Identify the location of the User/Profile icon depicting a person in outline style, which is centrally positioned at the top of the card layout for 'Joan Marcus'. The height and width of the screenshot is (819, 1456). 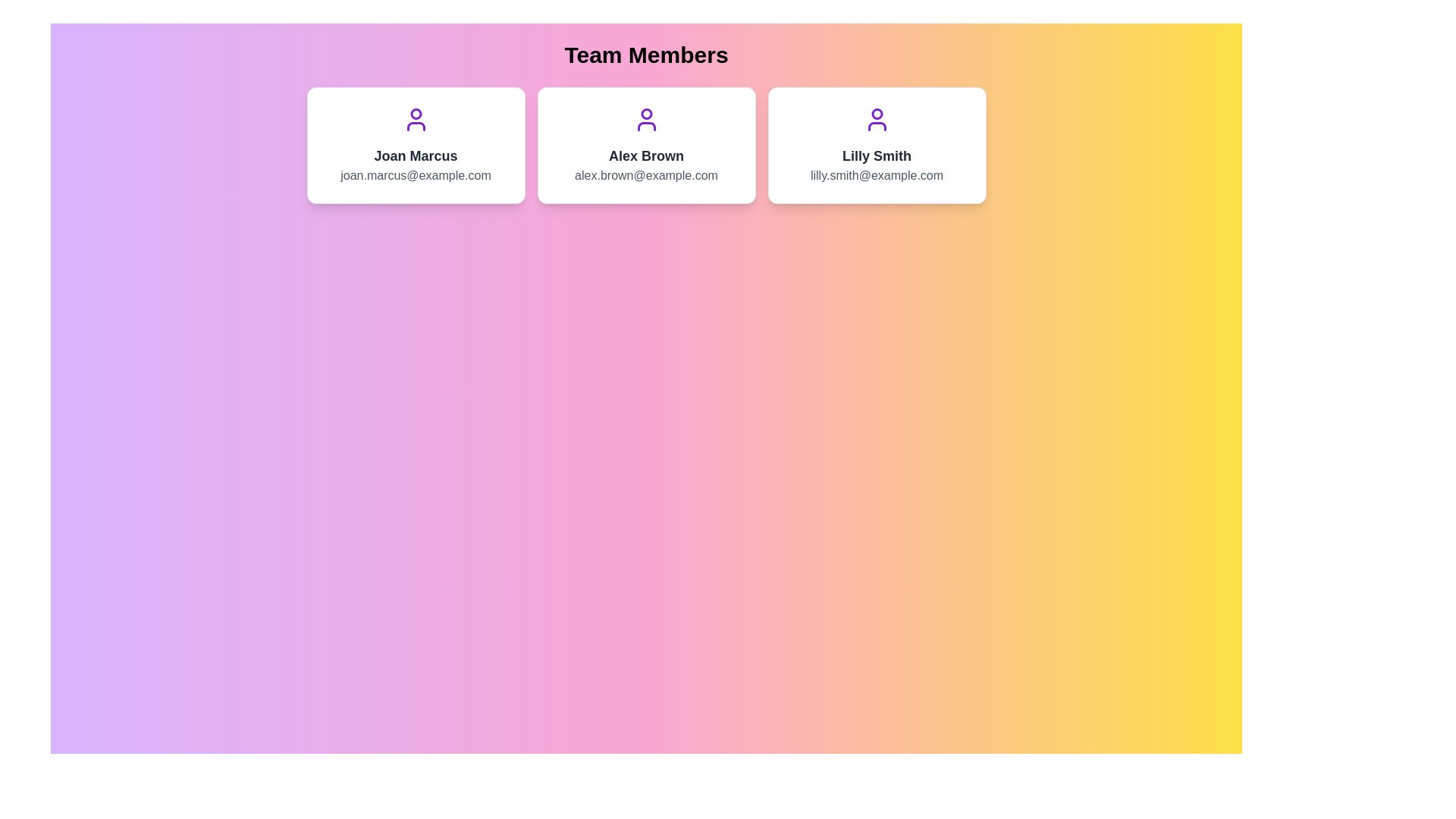
(416, 119).